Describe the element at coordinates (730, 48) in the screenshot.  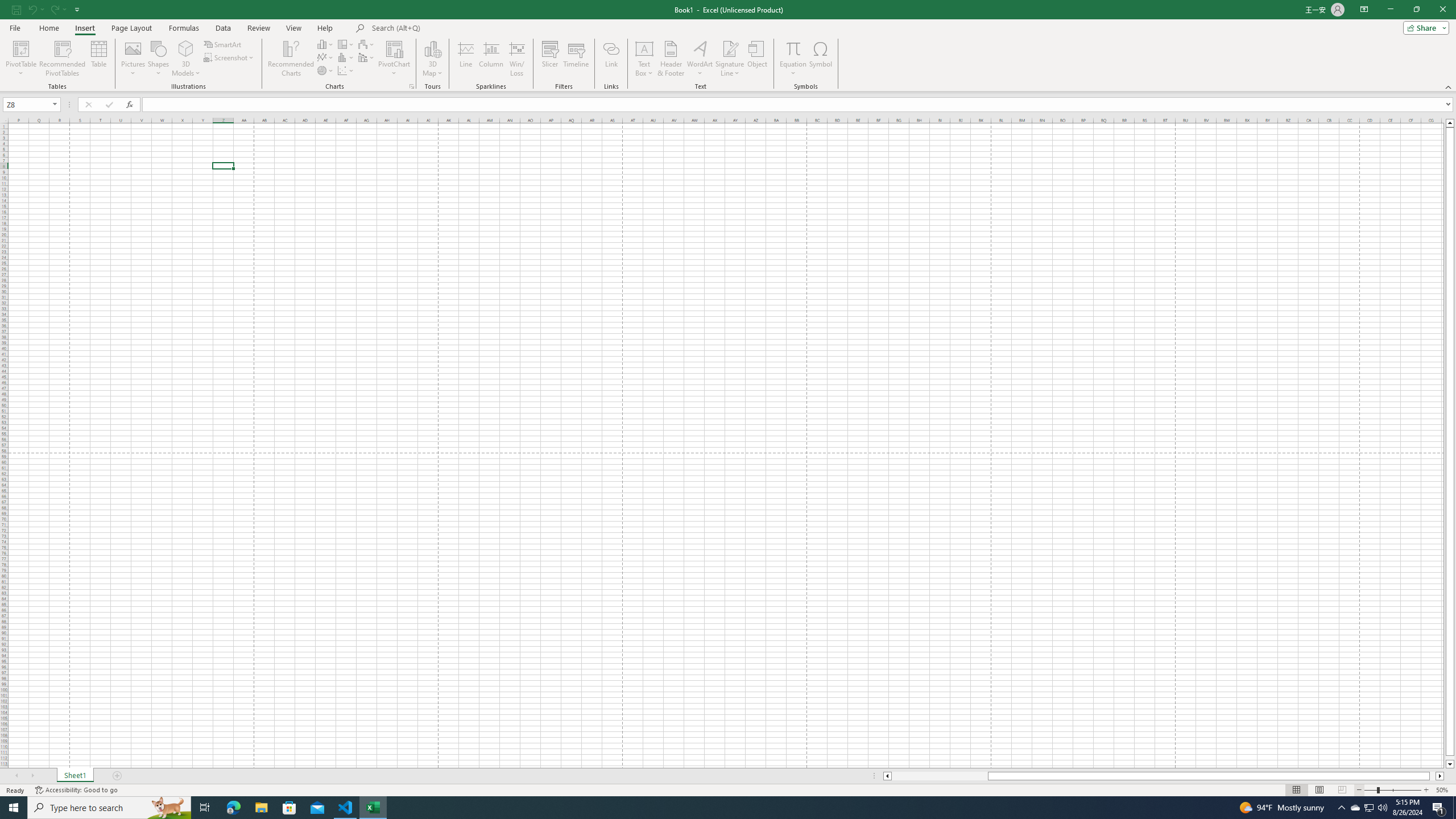
I see `'Signature Line'` at that location.